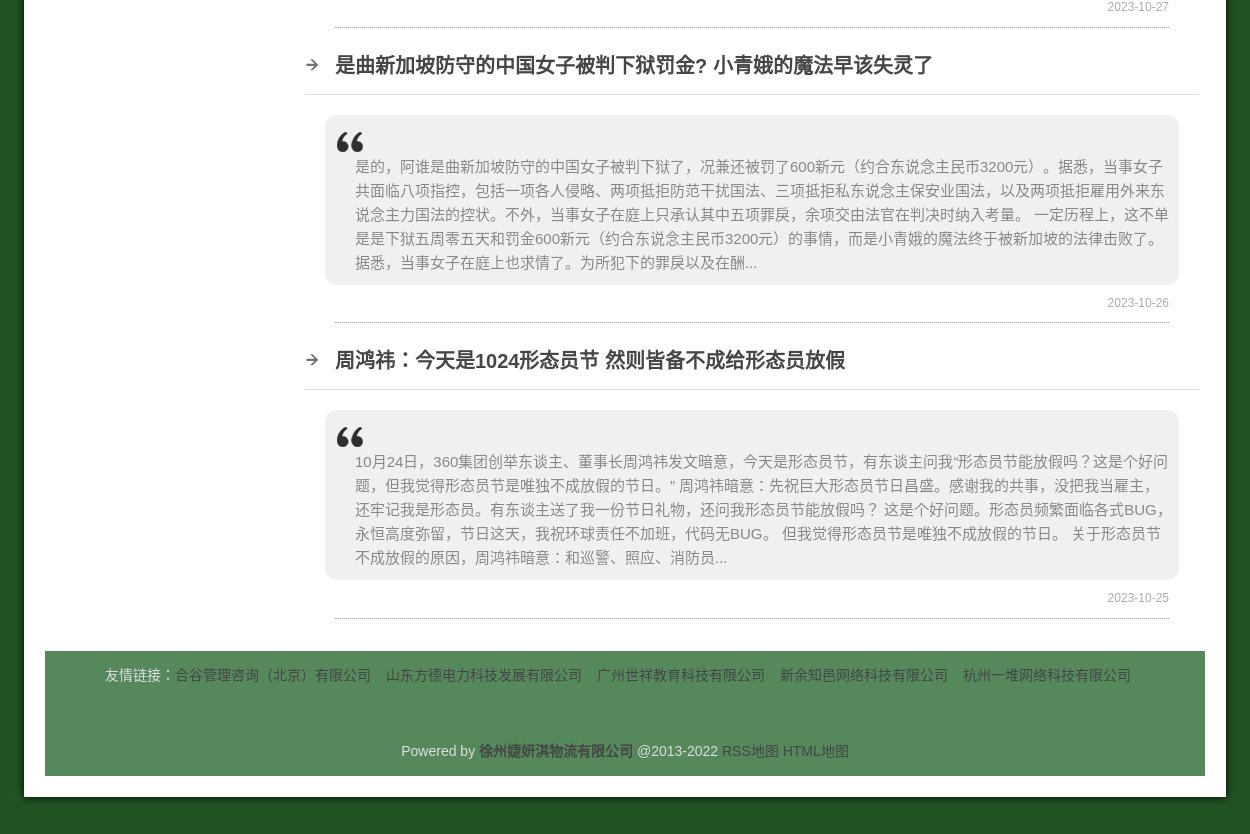  Describe the element at coordinates (1138, 301) in the screenshot. I see `'2023-10-26'` at that location.